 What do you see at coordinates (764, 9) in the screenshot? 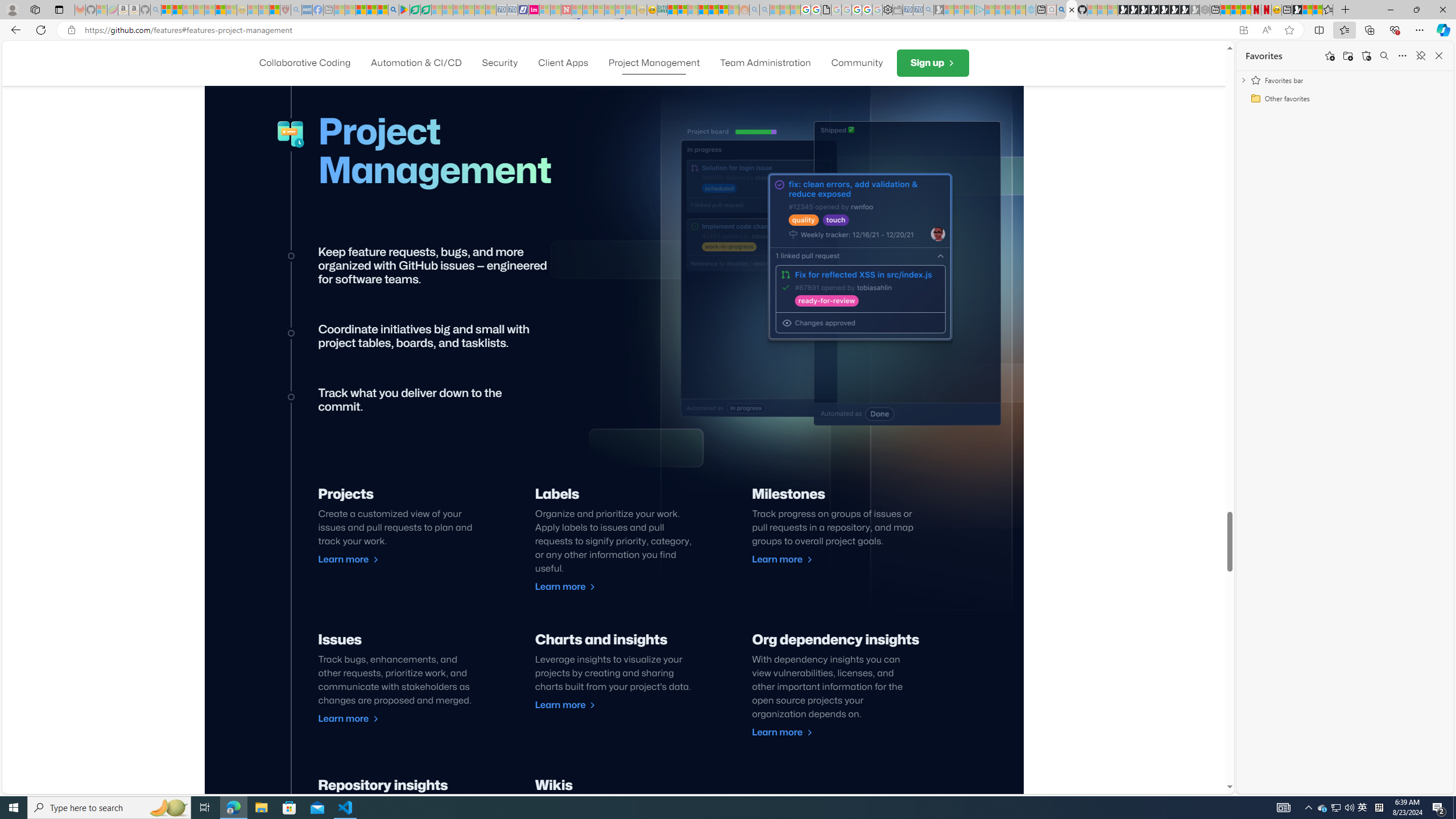
I see `'Utah sues federal government - Search - Sleeping'` at bounding box center [764, 9].